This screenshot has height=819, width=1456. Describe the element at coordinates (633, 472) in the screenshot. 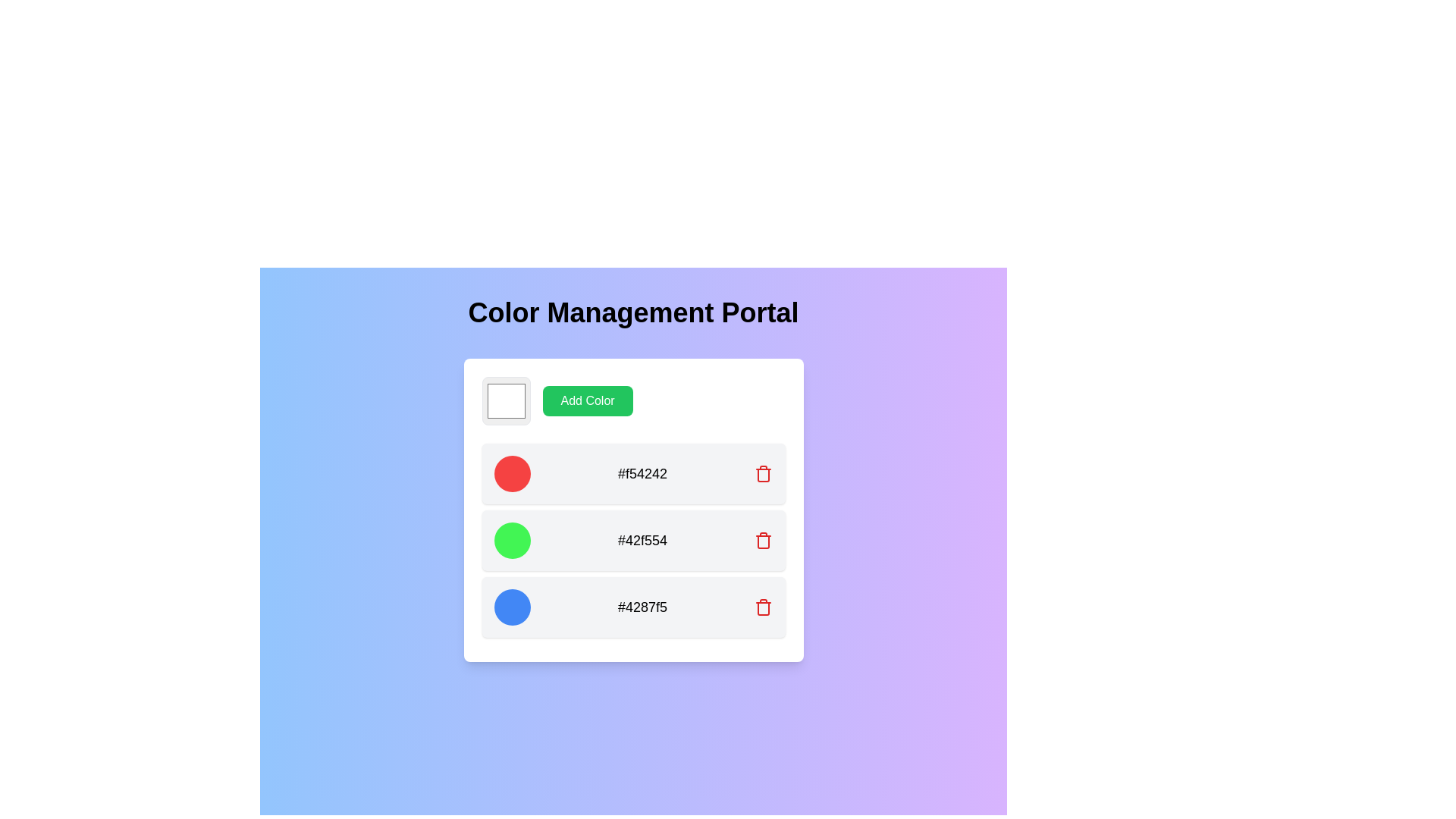

I see `the text '#f54242' in the first colored box, which contains a red circular icon on the left and a trash bin icon on the right` at that location.